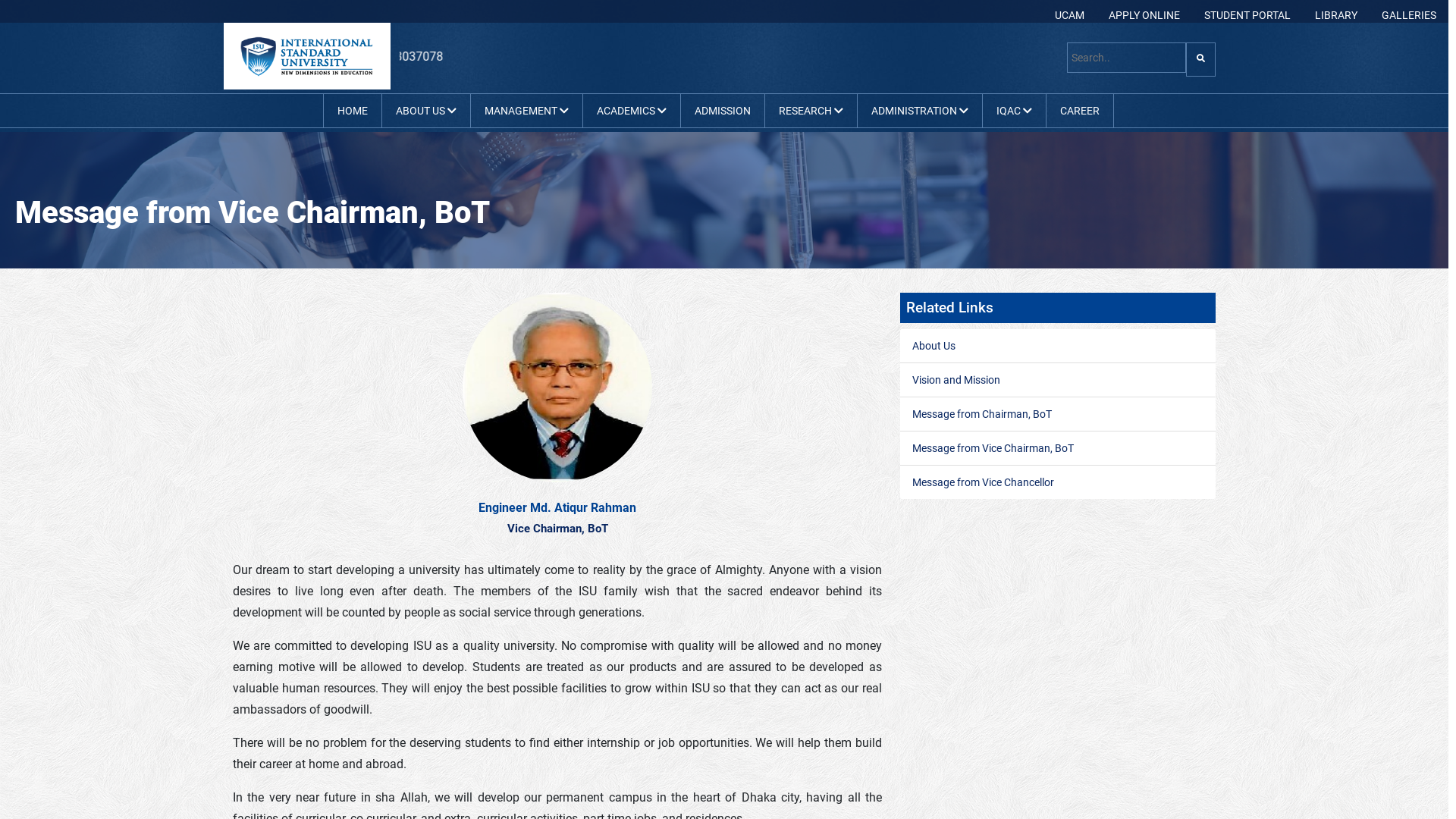 This screenshot has height=819, width=1456. I want to click on 'UCAM', so click(1068, 14).